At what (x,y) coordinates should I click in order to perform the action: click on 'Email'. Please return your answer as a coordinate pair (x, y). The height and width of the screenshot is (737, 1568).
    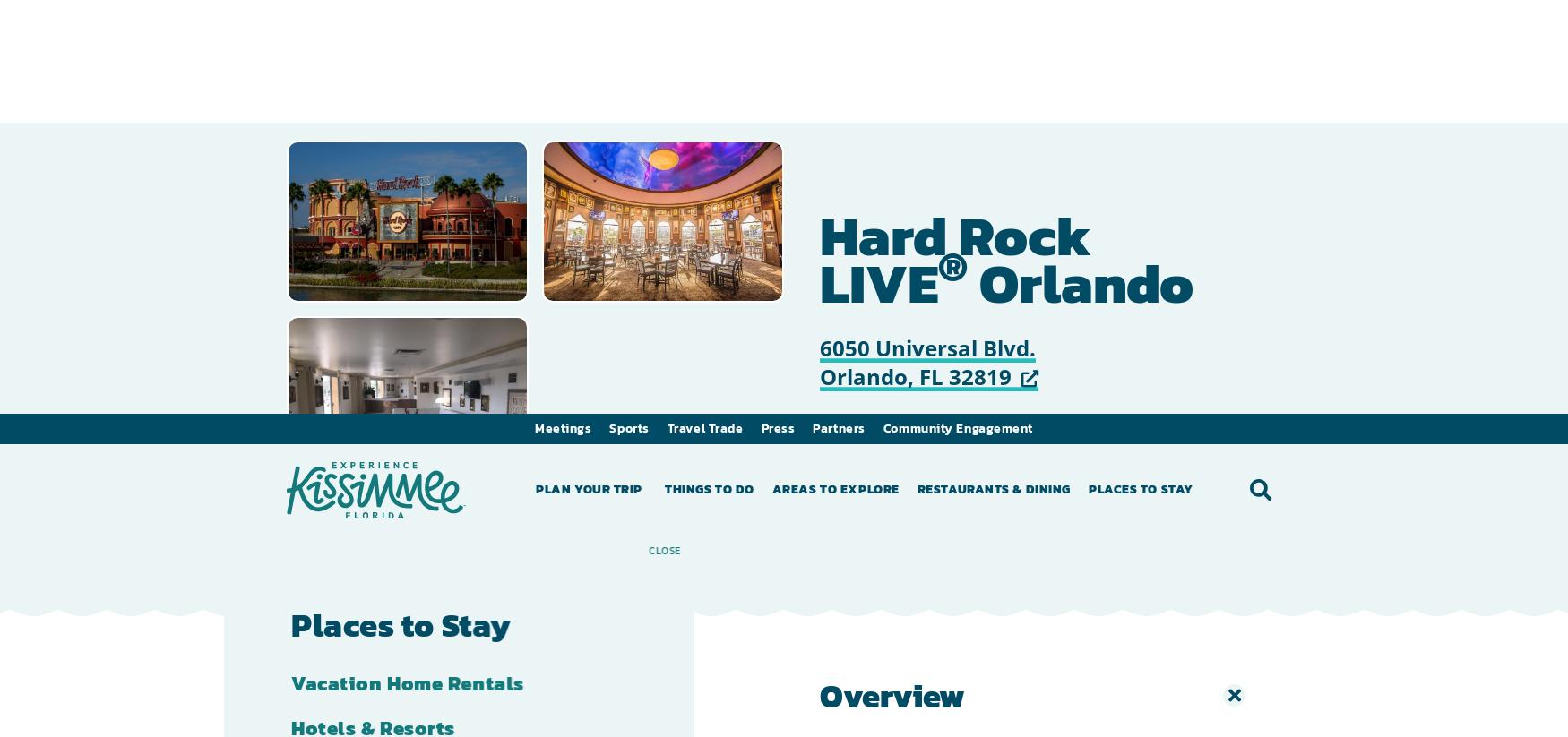
    Looking at the image, I should click on (986, 78).